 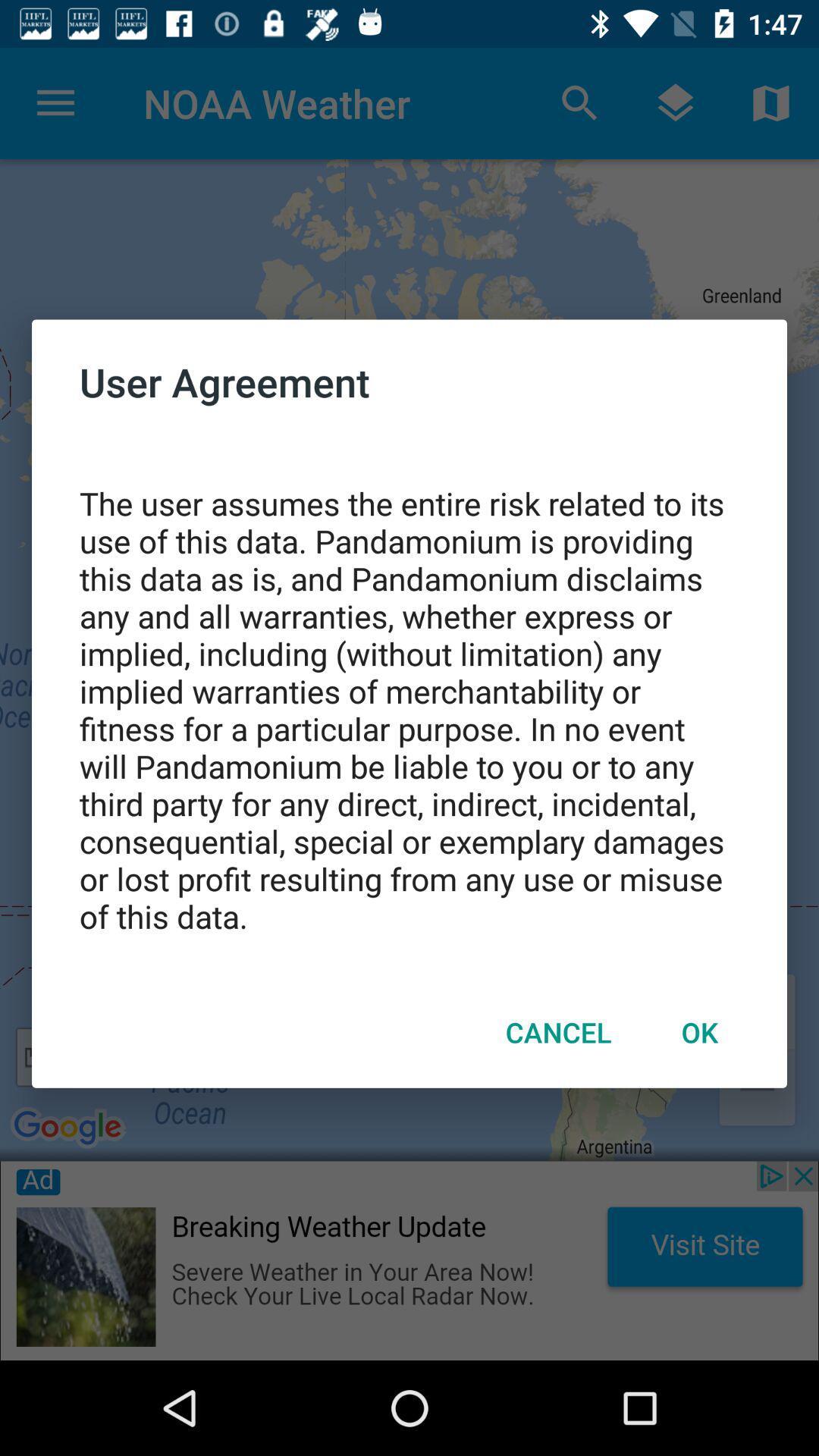 I want to click on the icon below the the user assumes, so click(x=558, y=1031).